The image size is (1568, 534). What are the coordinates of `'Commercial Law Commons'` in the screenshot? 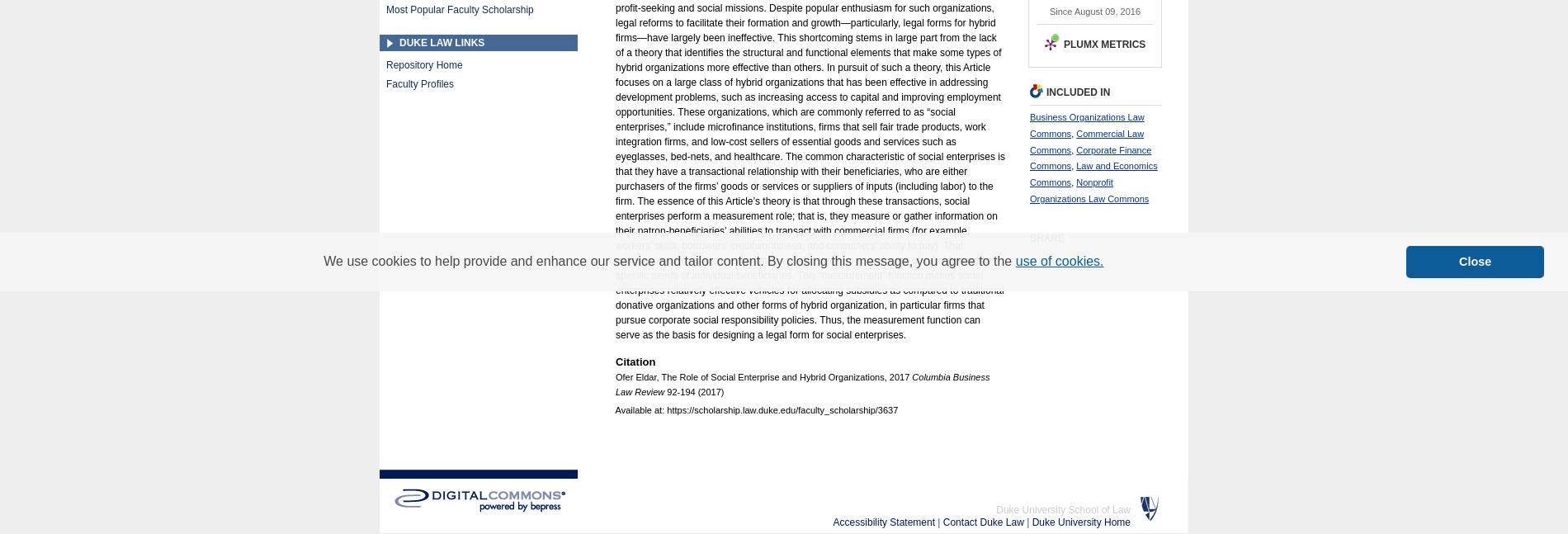 It's located at (1086, 141).